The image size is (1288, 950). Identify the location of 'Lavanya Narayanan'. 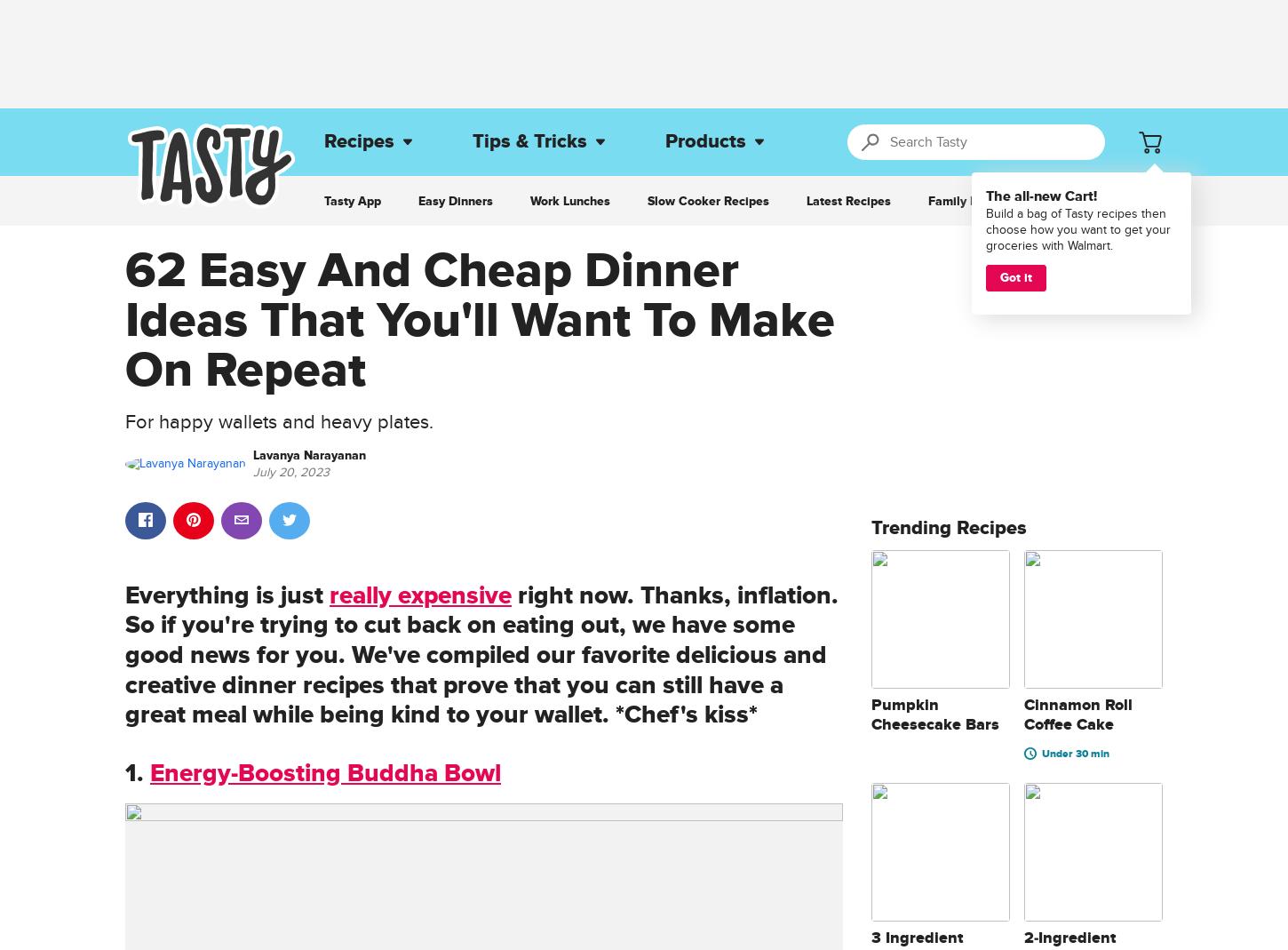
(309, 454).